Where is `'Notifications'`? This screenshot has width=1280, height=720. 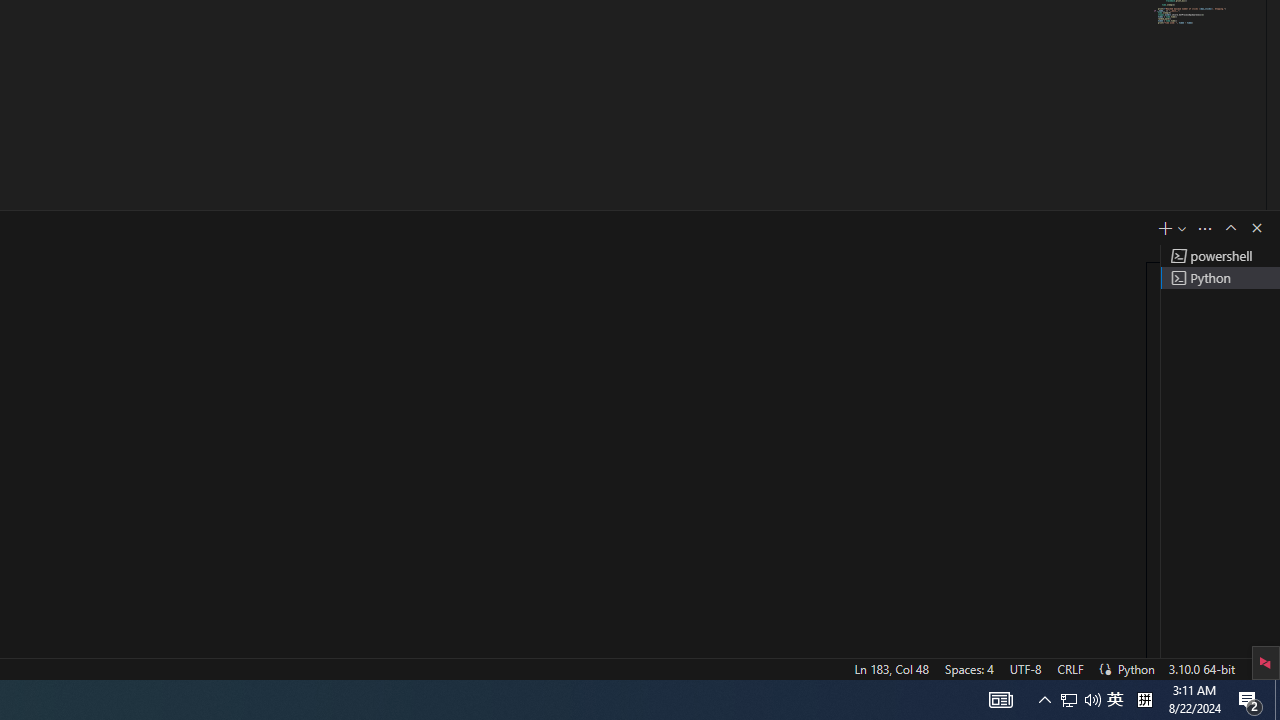 'Notifications' is located at coordinates (1256, 668).